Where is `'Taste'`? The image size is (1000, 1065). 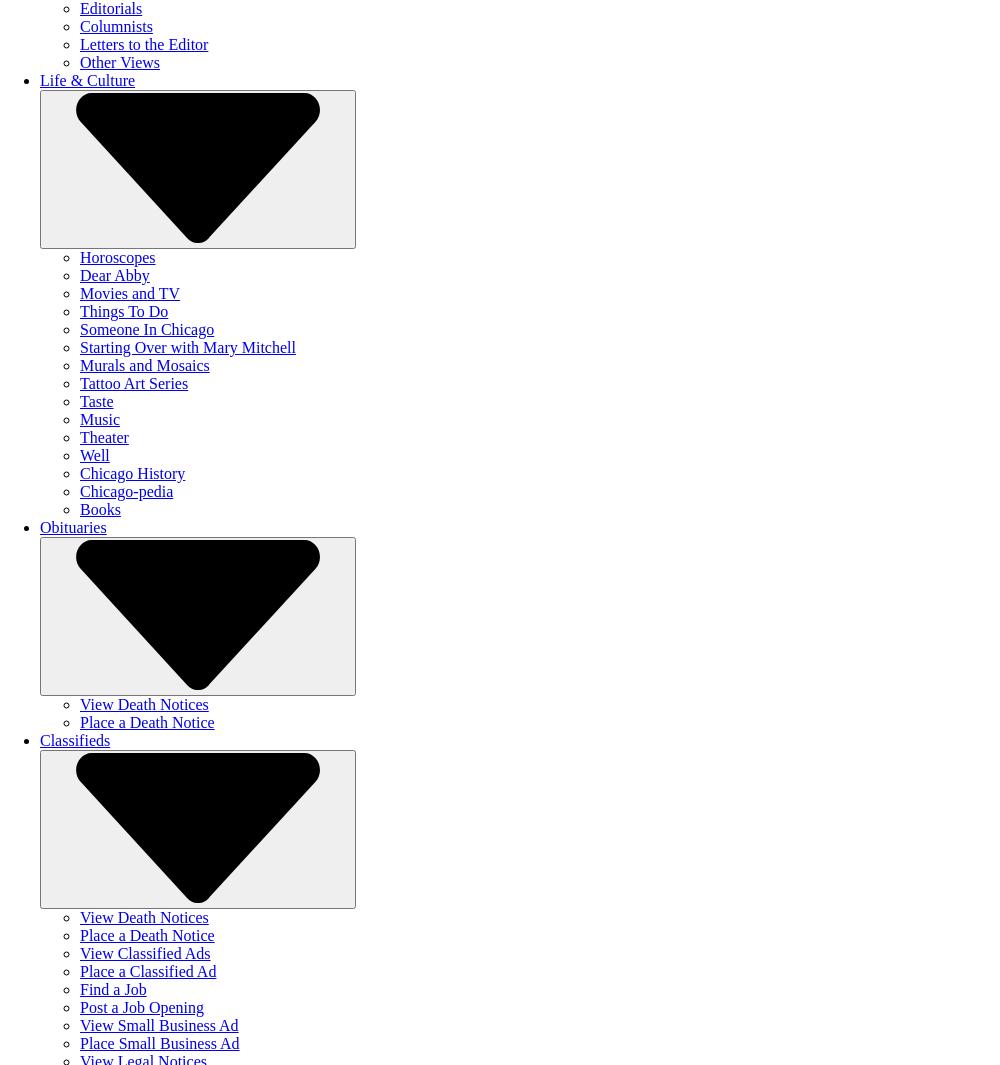
'Taste' is located at coordinates (95, 400).